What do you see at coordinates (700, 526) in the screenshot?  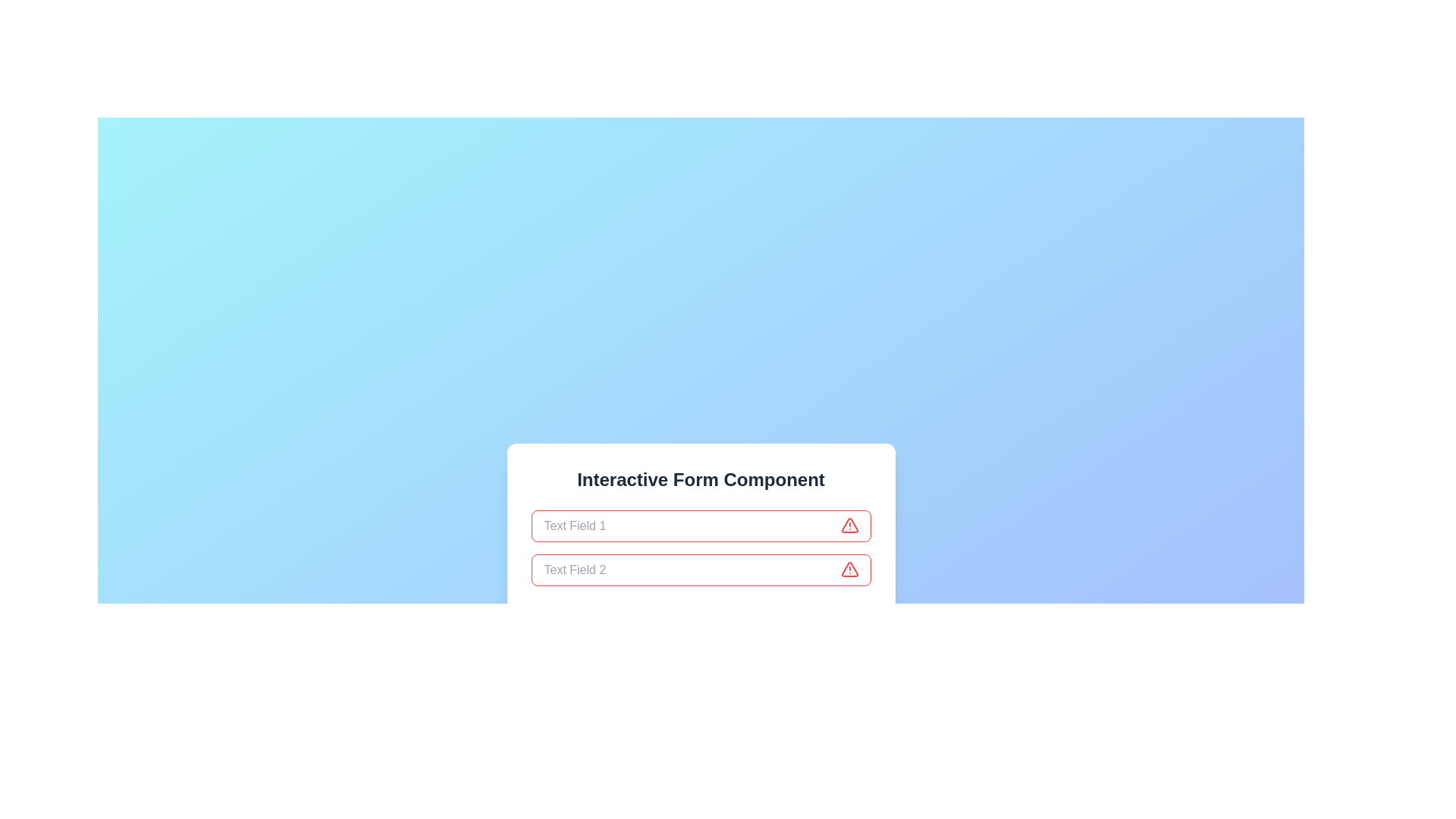 I see `the red warning icon associated with the first input field in the form below the title 'Interactive Form Component'` at bounding box center [700, 526].